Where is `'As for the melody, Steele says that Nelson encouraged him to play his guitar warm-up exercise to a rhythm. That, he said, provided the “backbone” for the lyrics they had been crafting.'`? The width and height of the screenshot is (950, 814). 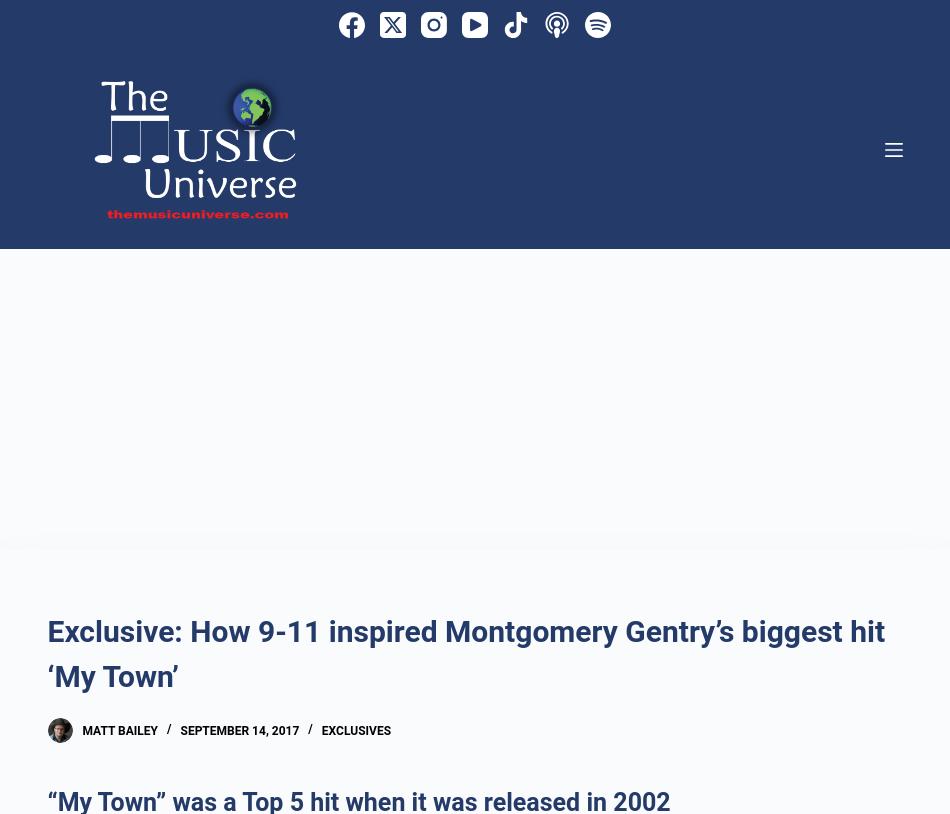
'As for the melody, Steele says that Nelson encouraged him to play his guitar warm-up exercise to a rhythm. That, he said, provided the “backbone” for the lyrics they had been crafting.' is located at coordinates (472, 31).